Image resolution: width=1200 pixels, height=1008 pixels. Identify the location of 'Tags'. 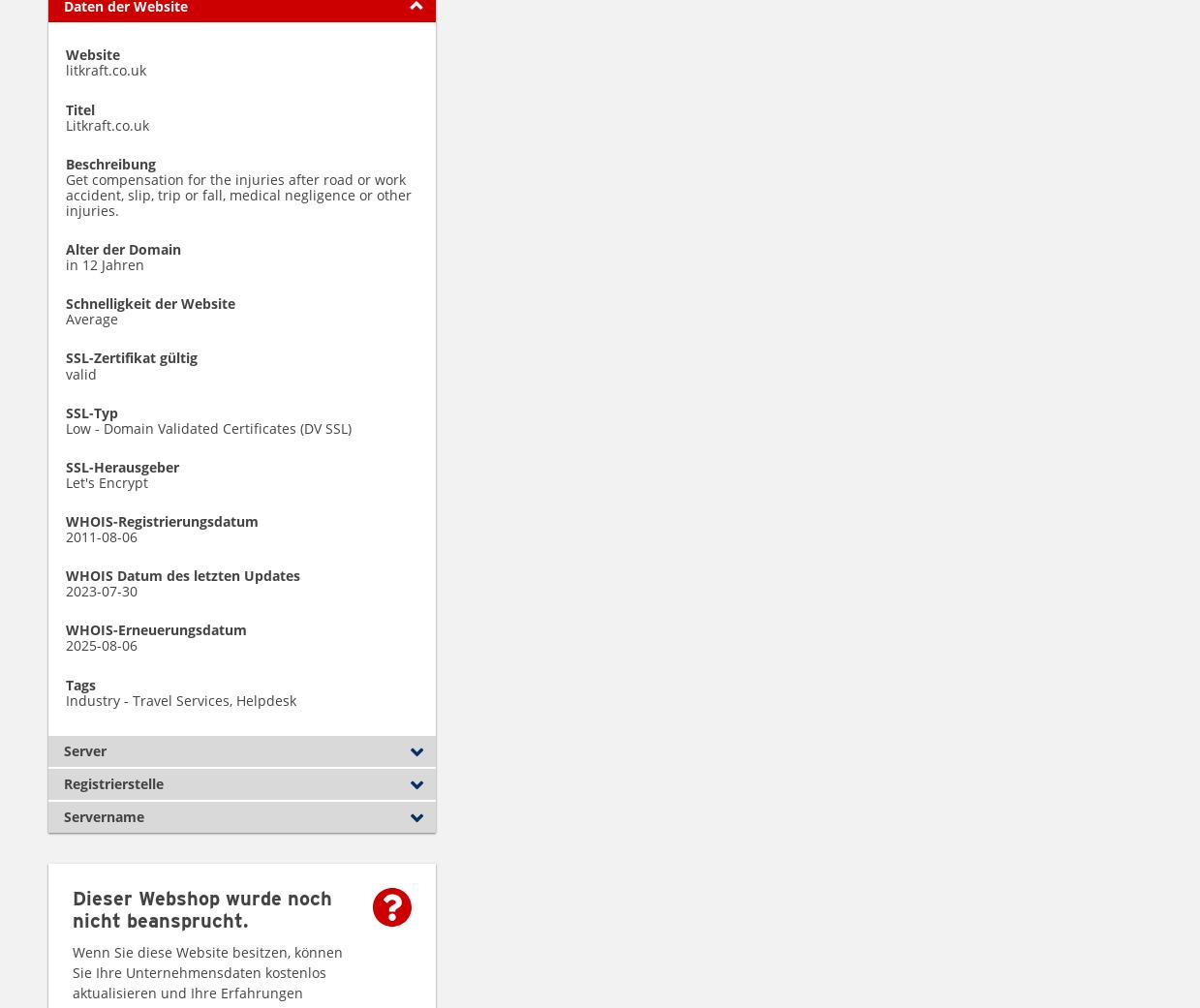
(79, 683).